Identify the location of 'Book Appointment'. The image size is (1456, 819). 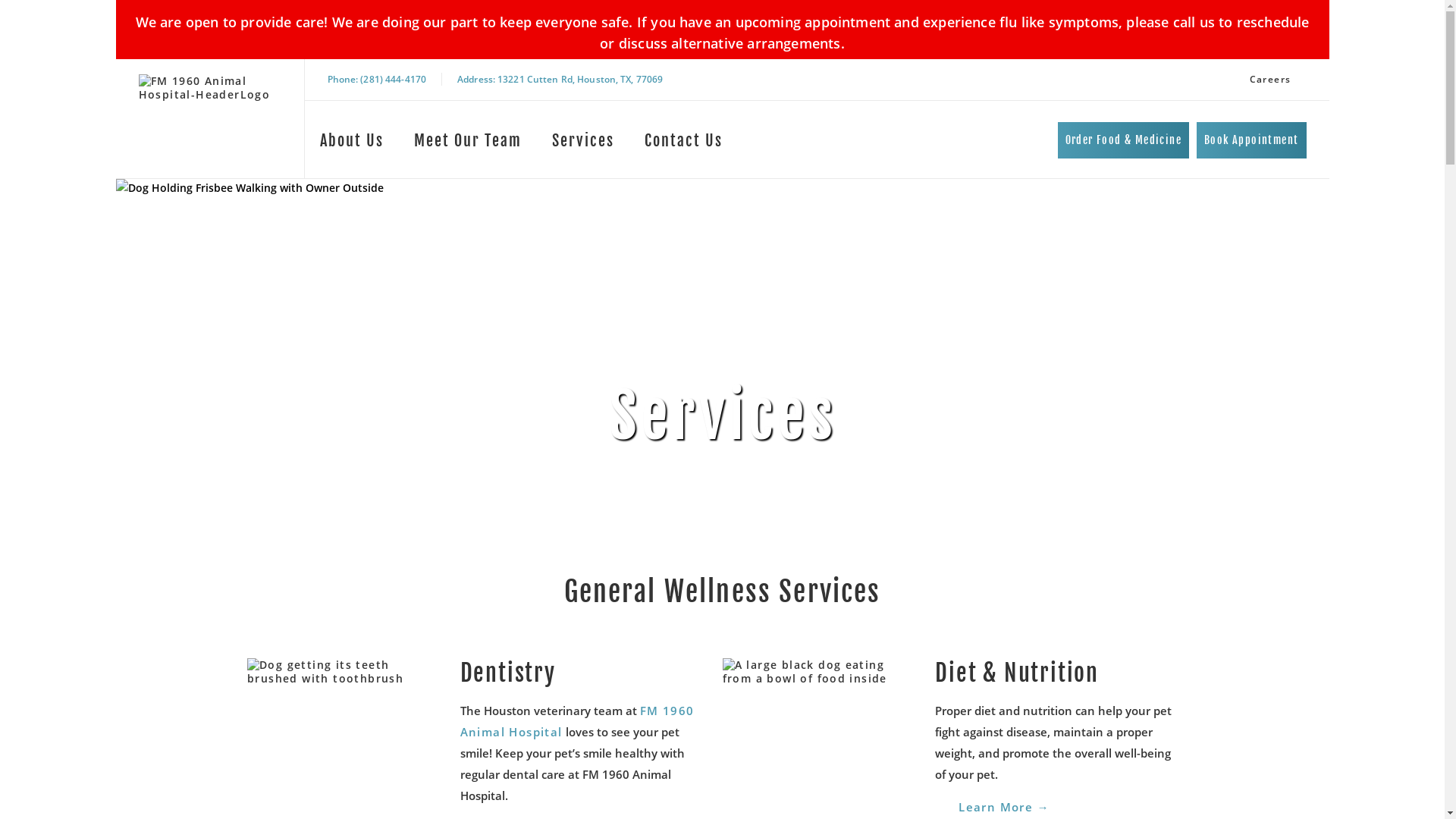
(1251, 140).